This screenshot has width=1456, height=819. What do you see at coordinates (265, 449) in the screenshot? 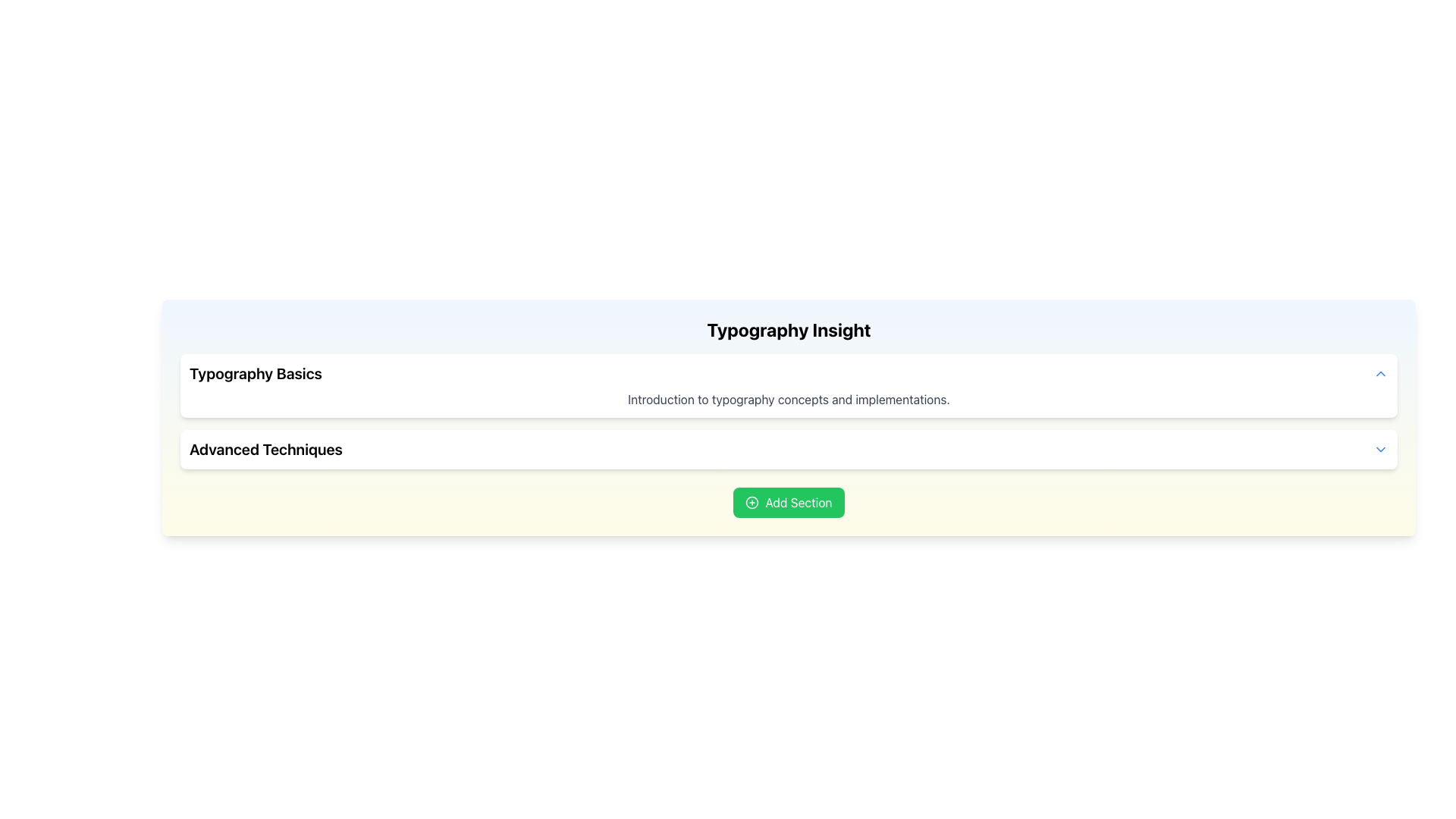
I see `text content of the 'Advanced Techniques' text label, which is displayed in bold and larger font against a light background near the upper portion of a list, aligned to the left` at bounding box center [265, 449].